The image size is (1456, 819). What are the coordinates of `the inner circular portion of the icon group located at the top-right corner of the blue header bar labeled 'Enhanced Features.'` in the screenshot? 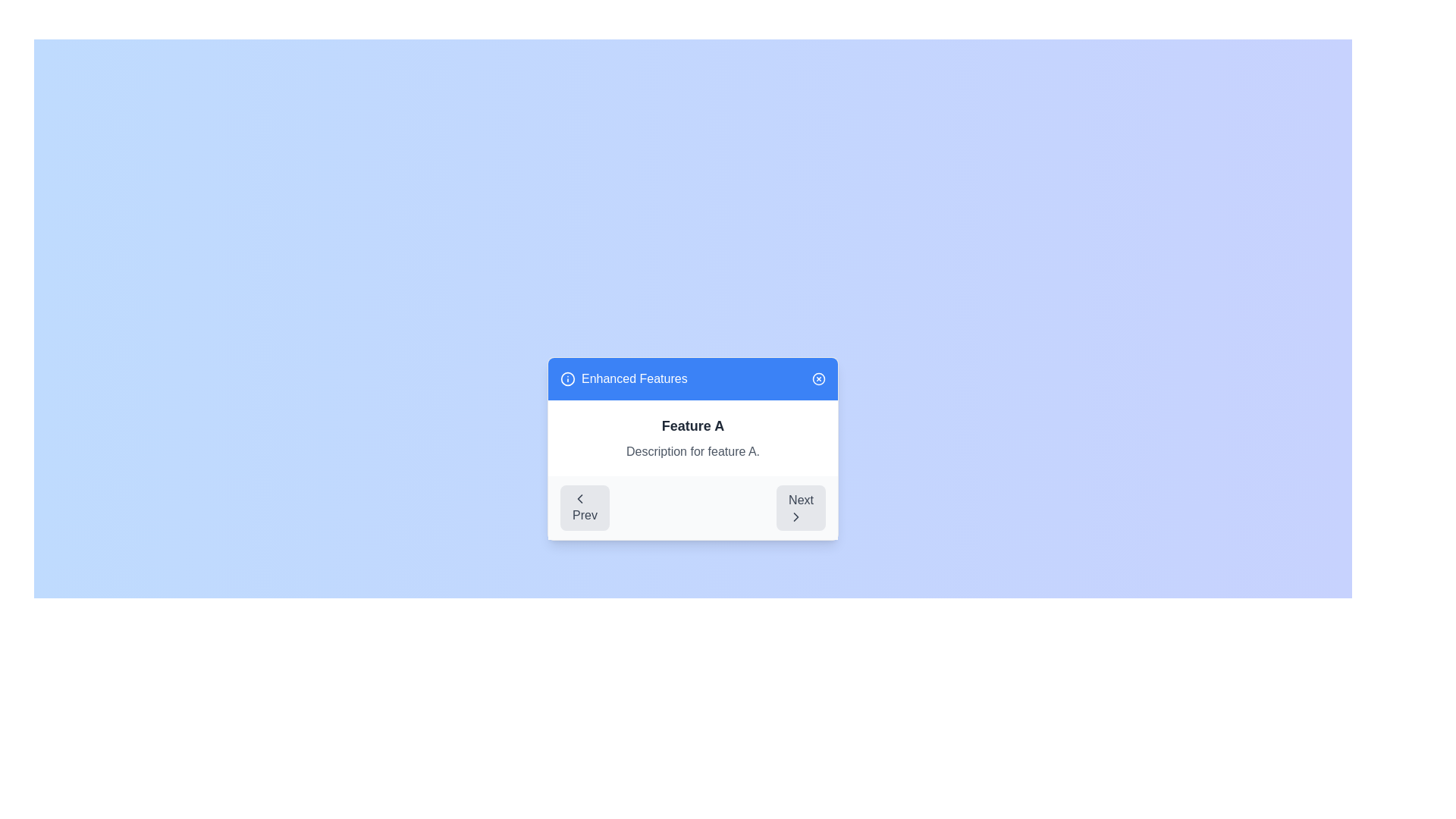 It's located at (818, 378).